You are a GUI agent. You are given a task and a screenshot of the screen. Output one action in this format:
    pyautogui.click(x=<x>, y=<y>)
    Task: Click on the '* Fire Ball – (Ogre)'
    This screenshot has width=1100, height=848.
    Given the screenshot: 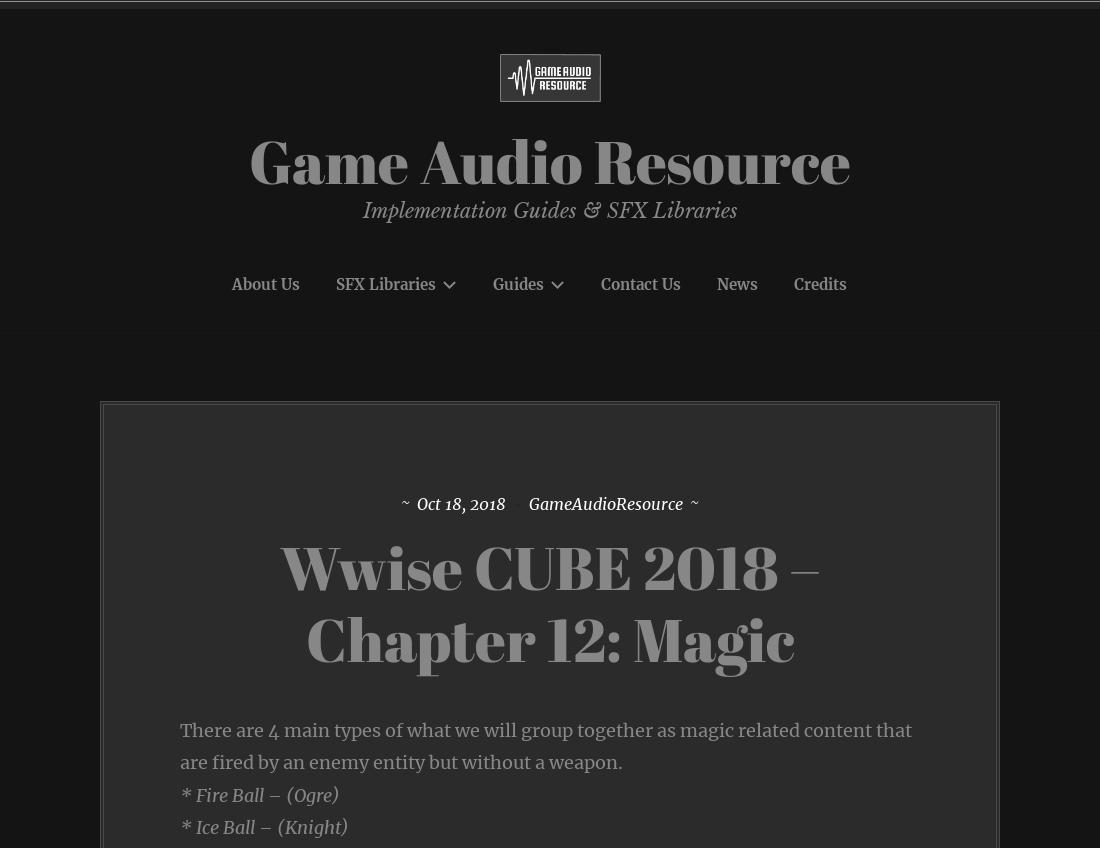 What is the action you would take?
    pyautogui.click(x=260, y=793)
    